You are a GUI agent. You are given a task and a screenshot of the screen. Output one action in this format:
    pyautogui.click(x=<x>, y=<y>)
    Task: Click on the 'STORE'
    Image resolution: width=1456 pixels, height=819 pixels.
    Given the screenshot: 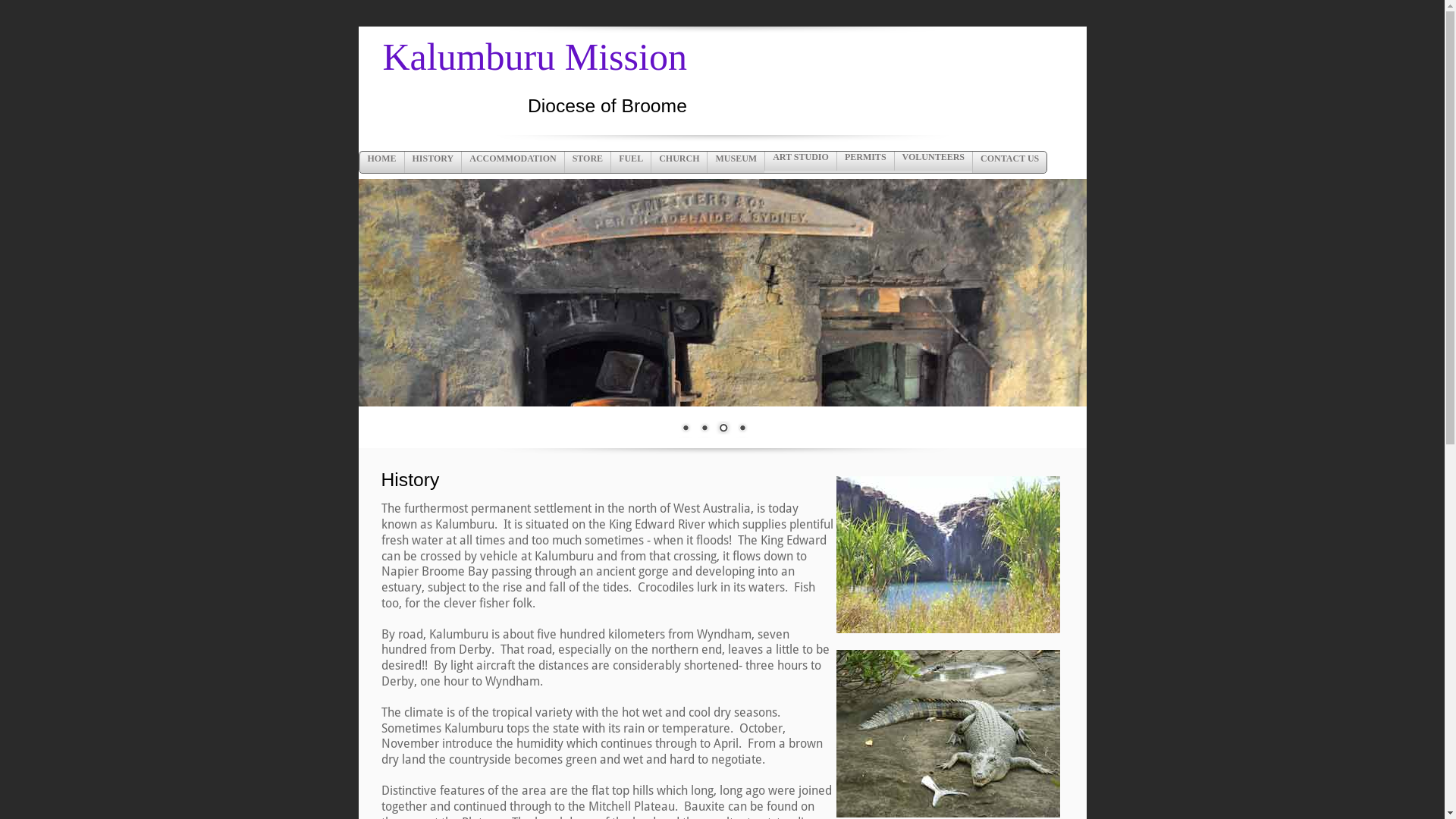 What is the action you would take?
    pyautogui.click(x=586, y=162)
    